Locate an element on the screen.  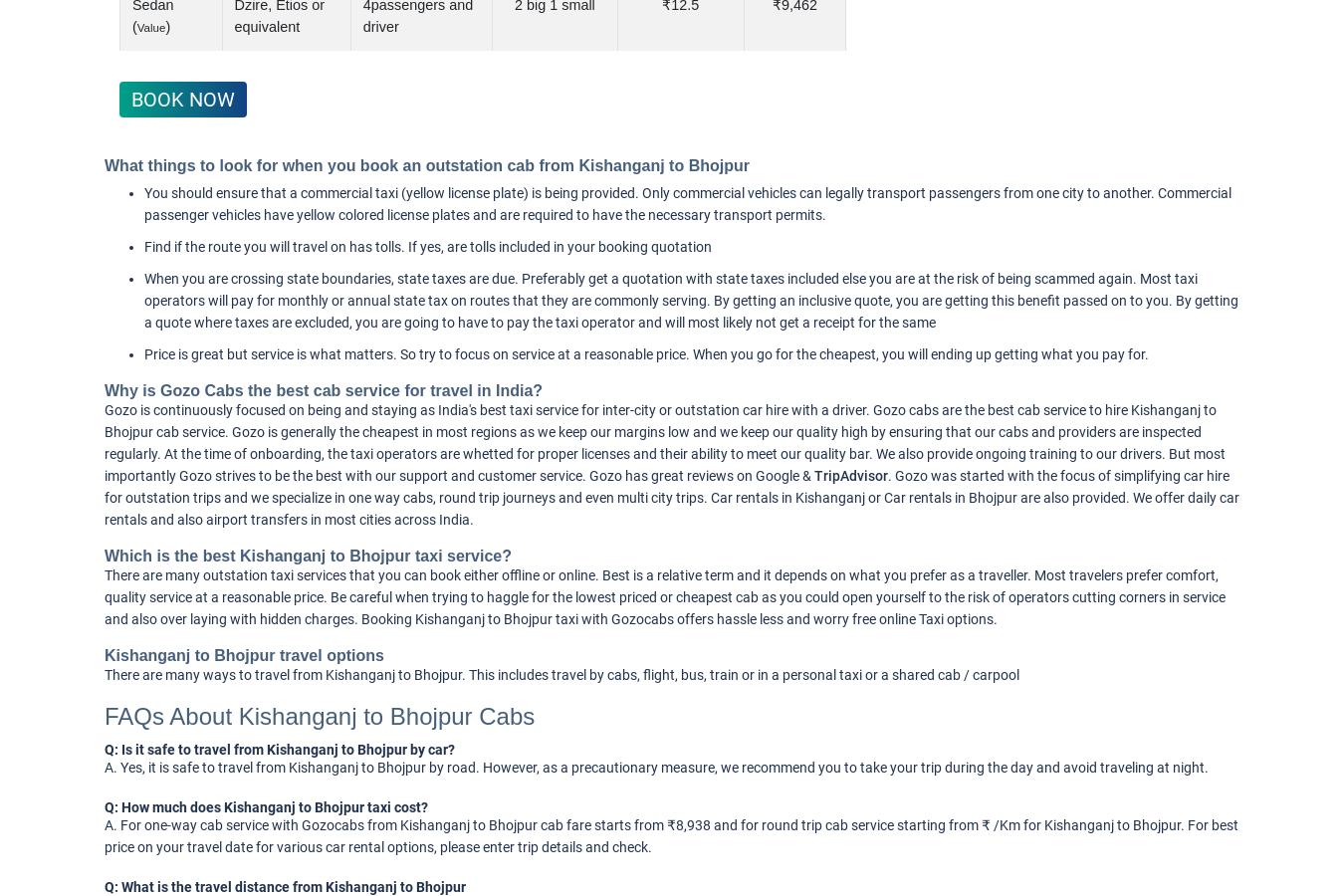
'Find if the route you will travel on has tolls. If yes, are tolls included in your booking quotation' is located at coordinates (427, 246).